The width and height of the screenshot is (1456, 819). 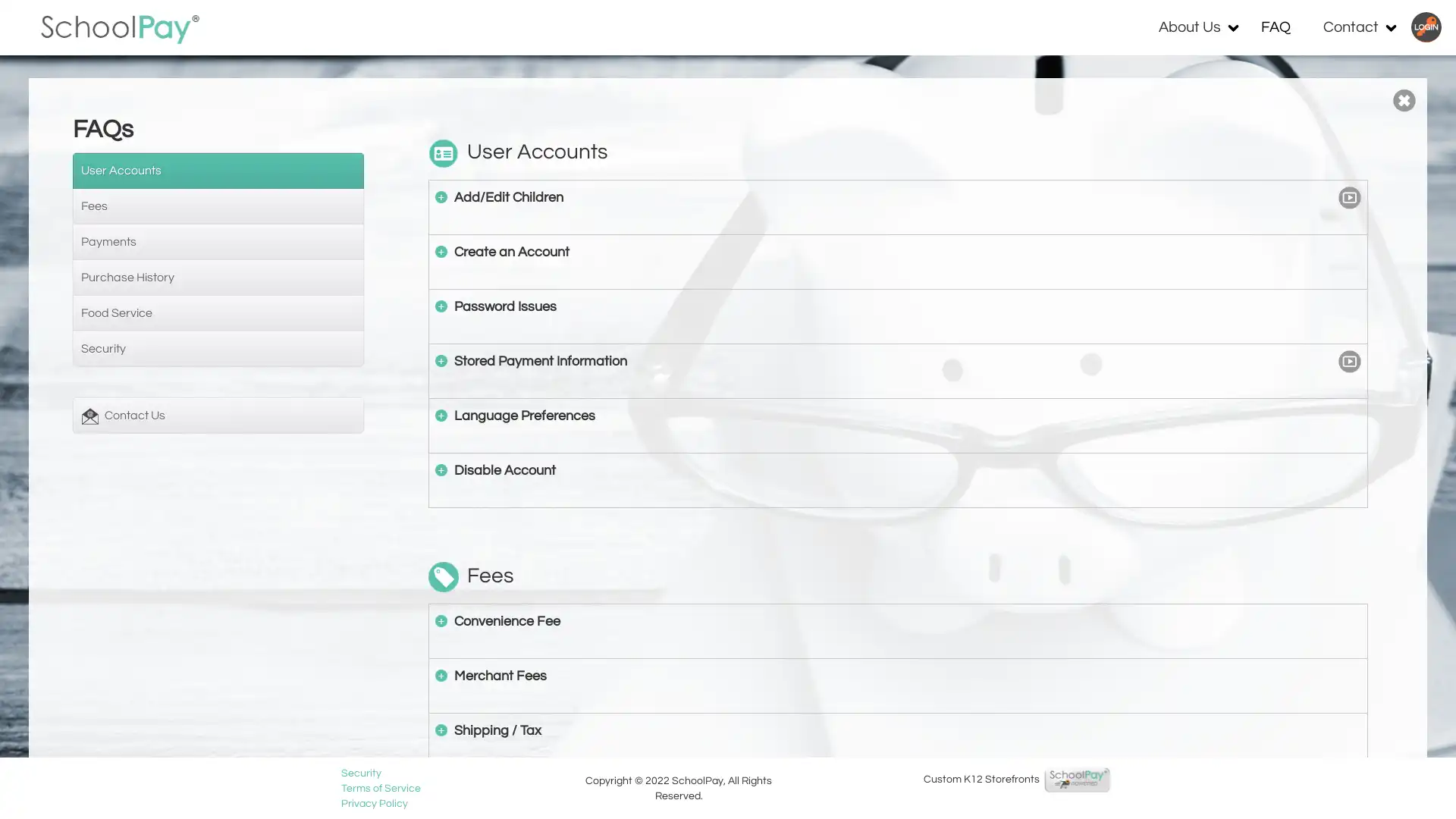 I want to click on Merchant Fees, so click(x=440, y=674).